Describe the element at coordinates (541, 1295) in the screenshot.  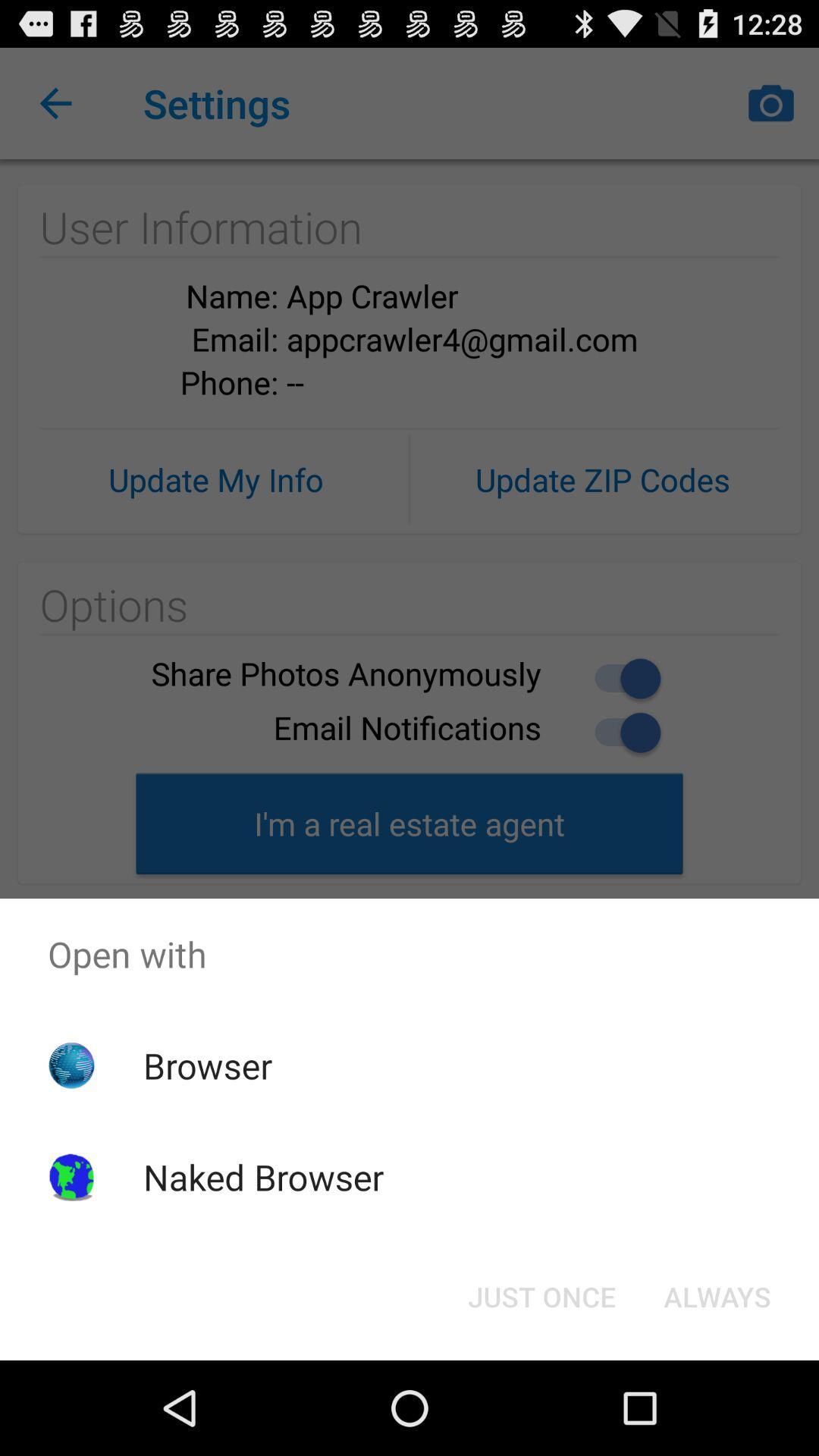
I see `the just once button` at that location.